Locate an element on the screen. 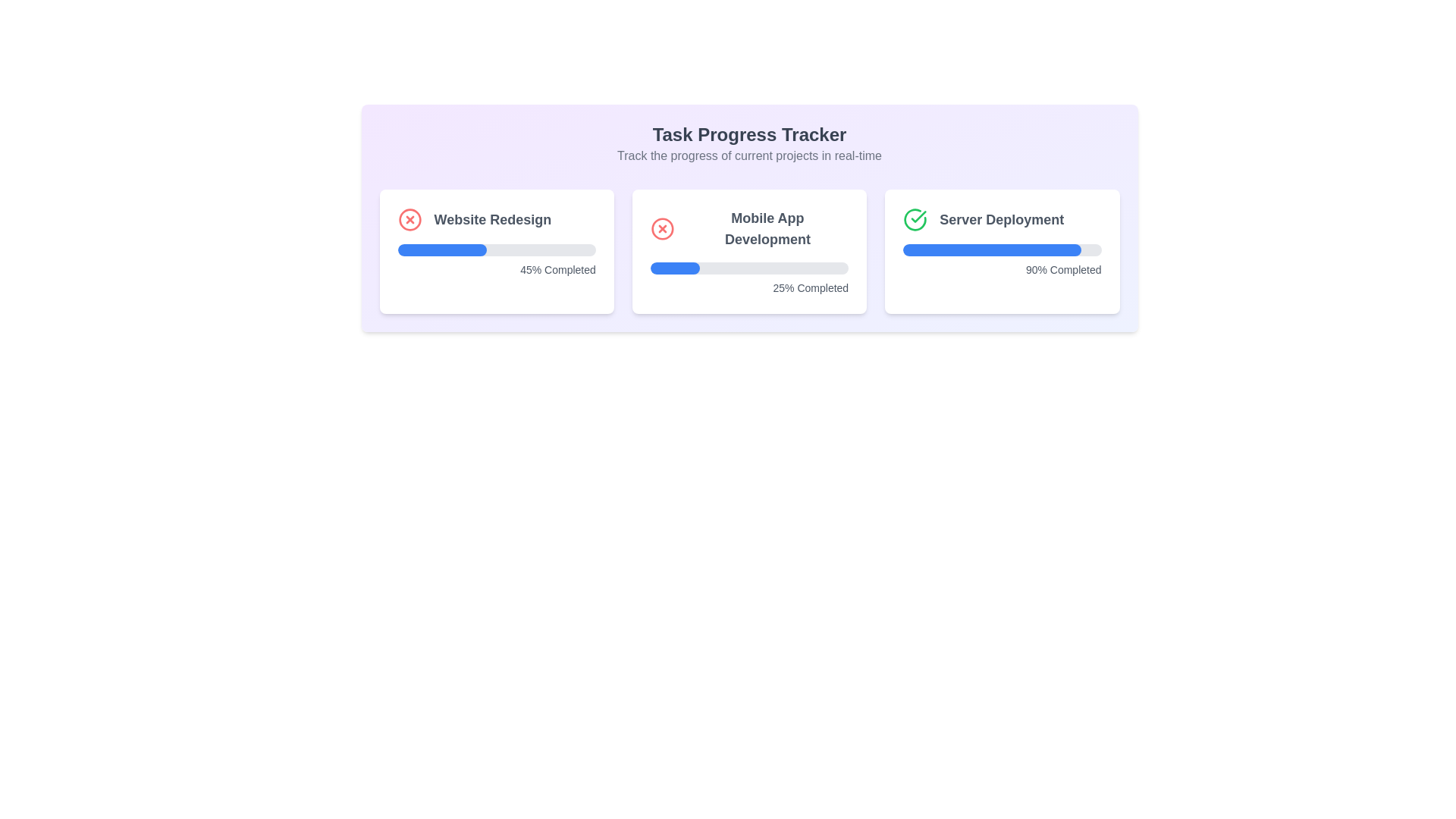 This screenshot has width=1456, height=819. the icon indicator representing the status of the 'Website Redesign' project, located to the immediate left of the text 'Website Redesign' is located at coordinates (409, 219).